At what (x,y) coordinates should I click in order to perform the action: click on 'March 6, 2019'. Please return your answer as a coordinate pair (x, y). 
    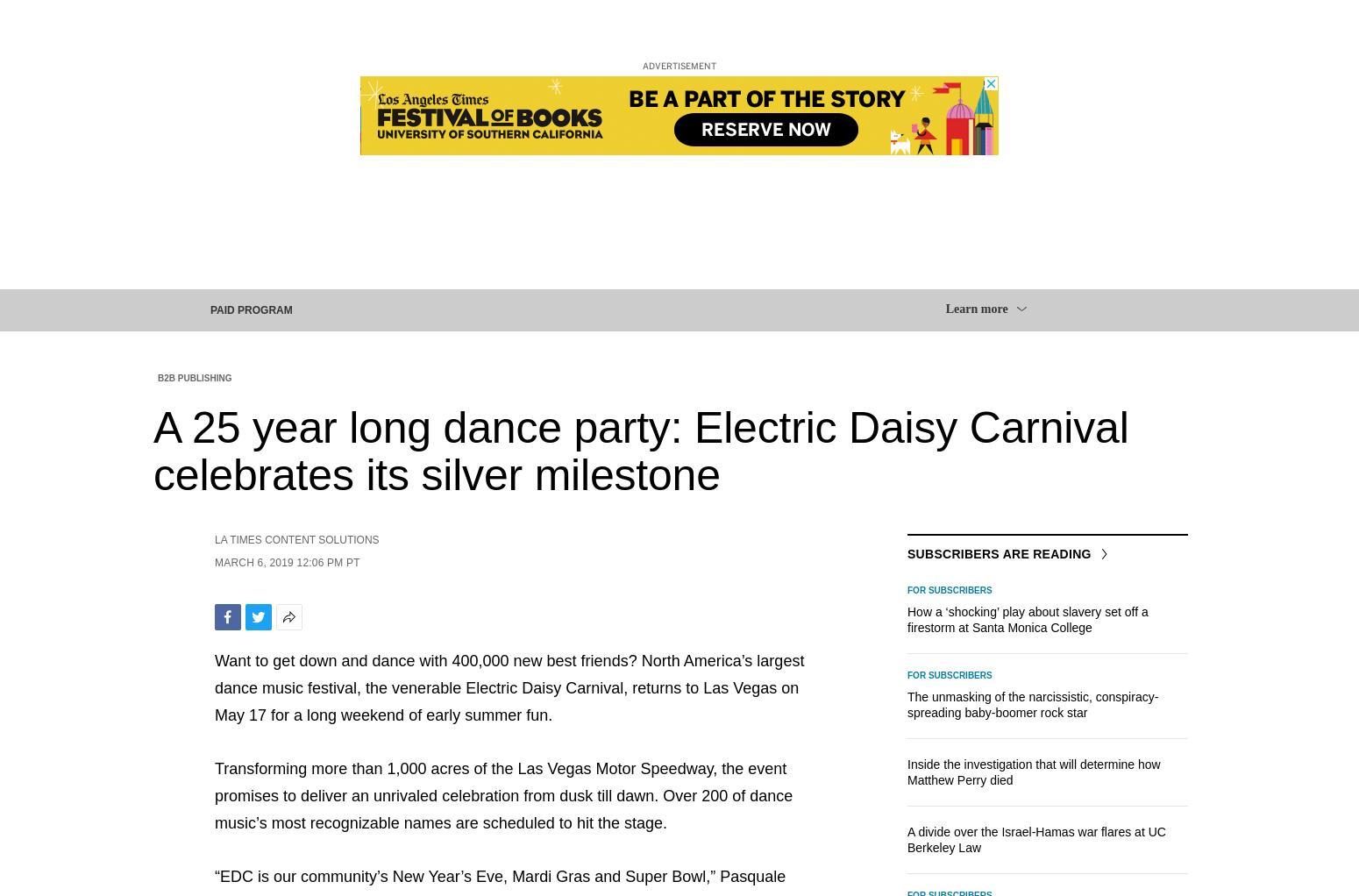
    Looking at the image, I should click on (215, 563).